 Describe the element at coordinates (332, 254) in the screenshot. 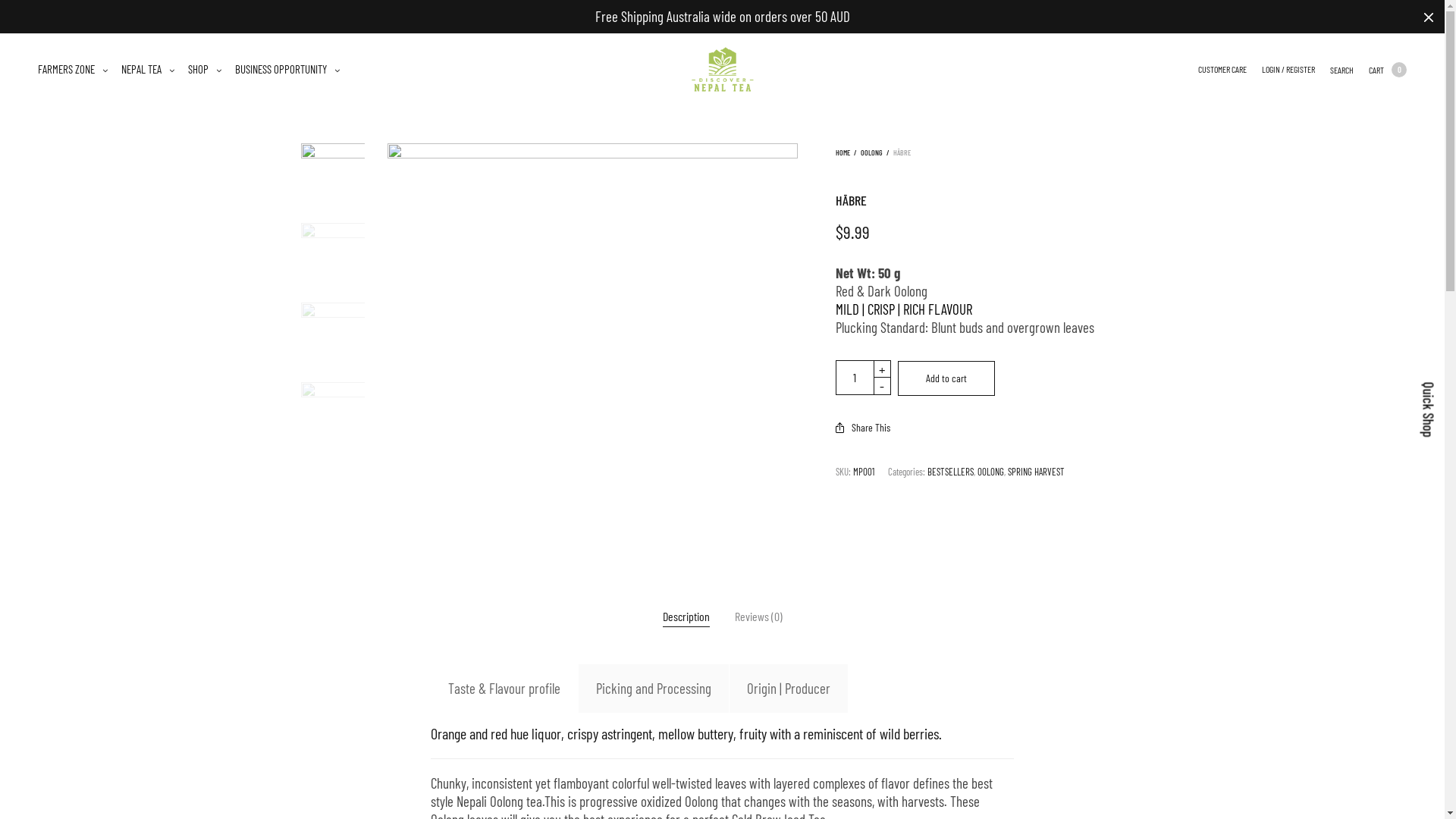

I see `'darkooloong_liquor_nepaltea'` at that location.